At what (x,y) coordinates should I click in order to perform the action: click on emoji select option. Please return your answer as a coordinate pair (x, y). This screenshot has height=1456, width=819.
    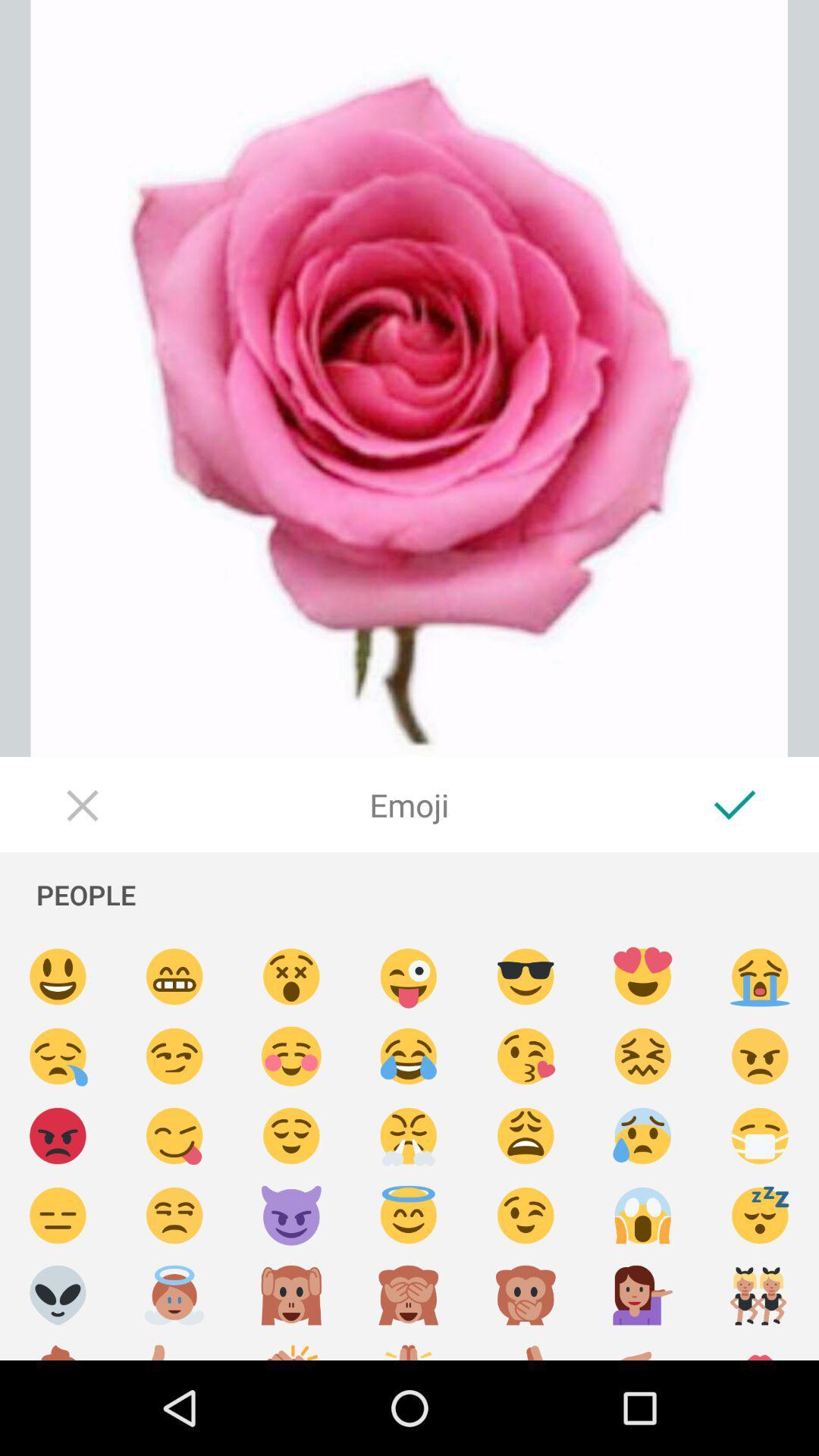
    Looking at the image, I should click on (643, 1136).